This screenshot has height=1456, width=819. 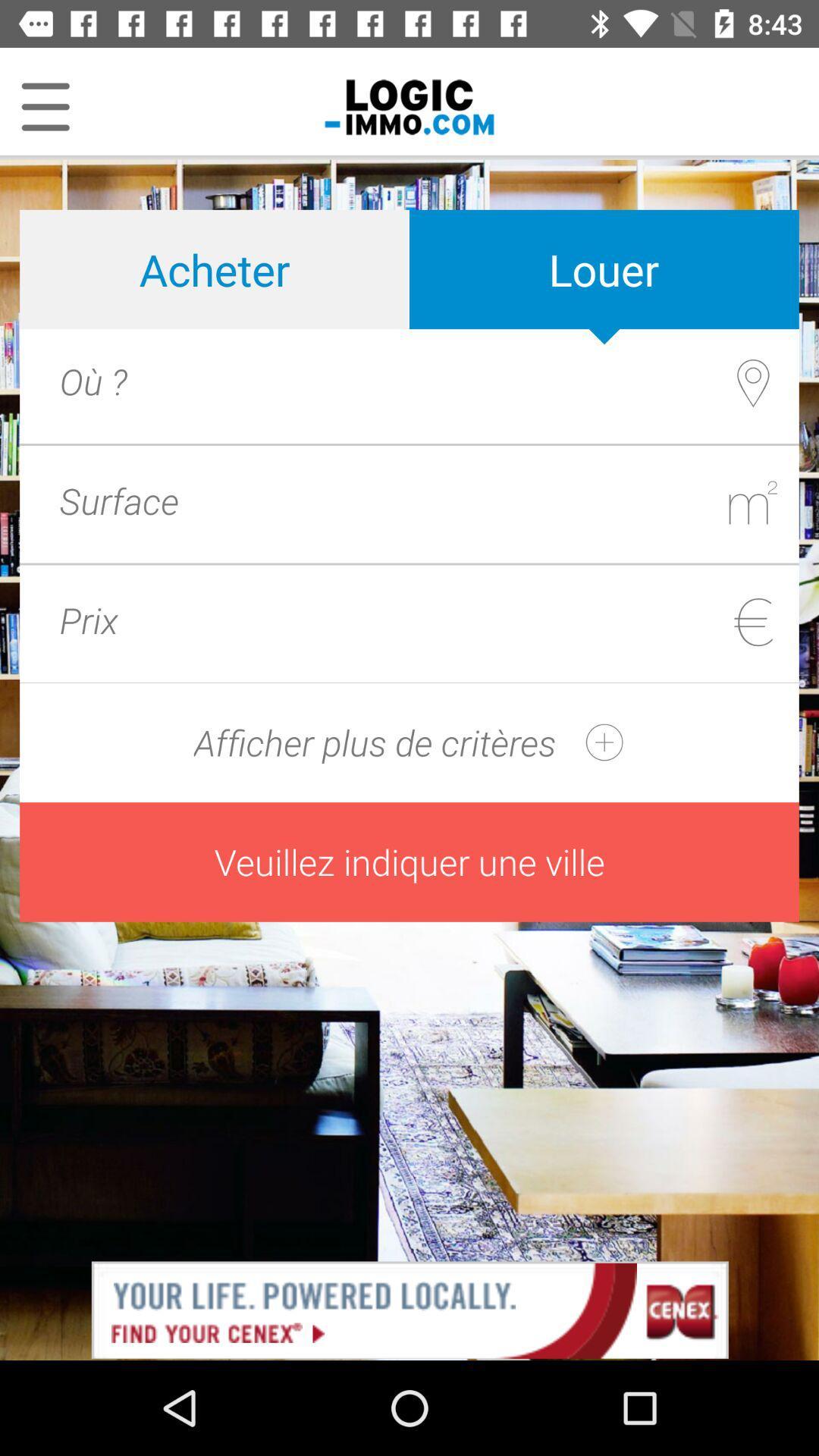 I want to click on details about advertisement, so click(x=409, y=1308).